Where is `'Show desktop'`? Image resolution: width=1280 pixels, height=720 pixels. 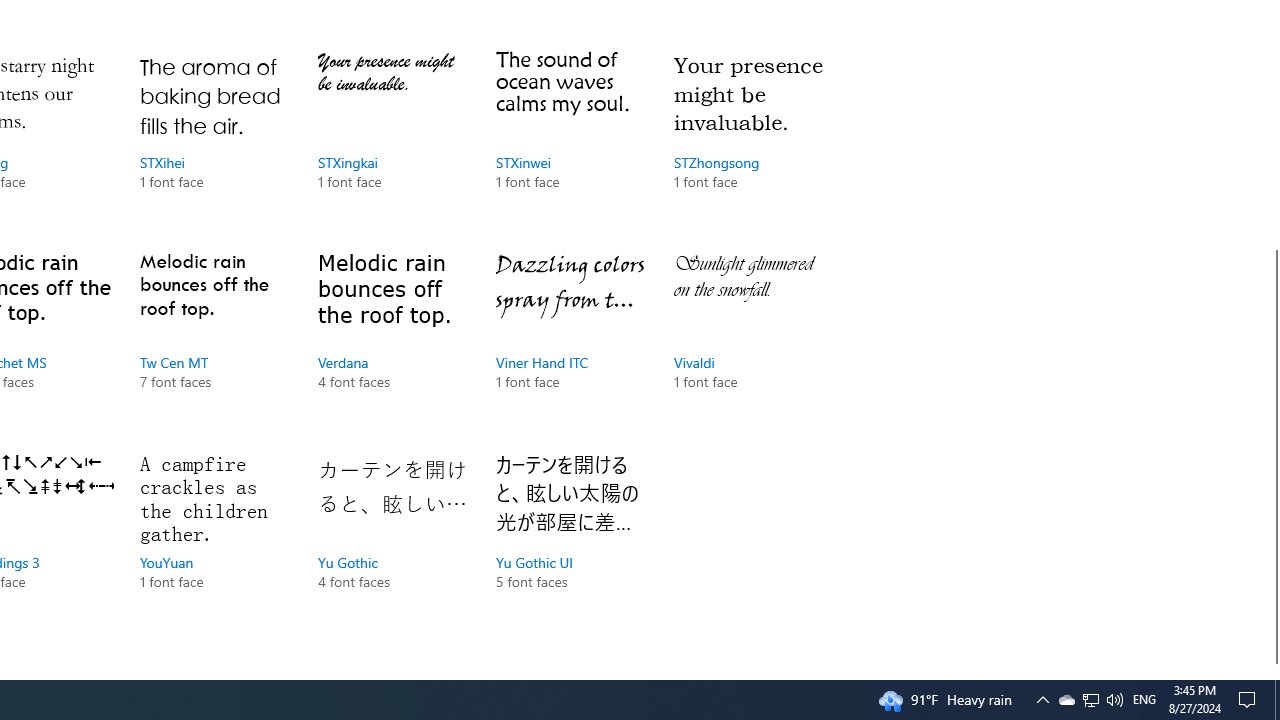 'Show desktop' is located at coordinates (1276, 698).